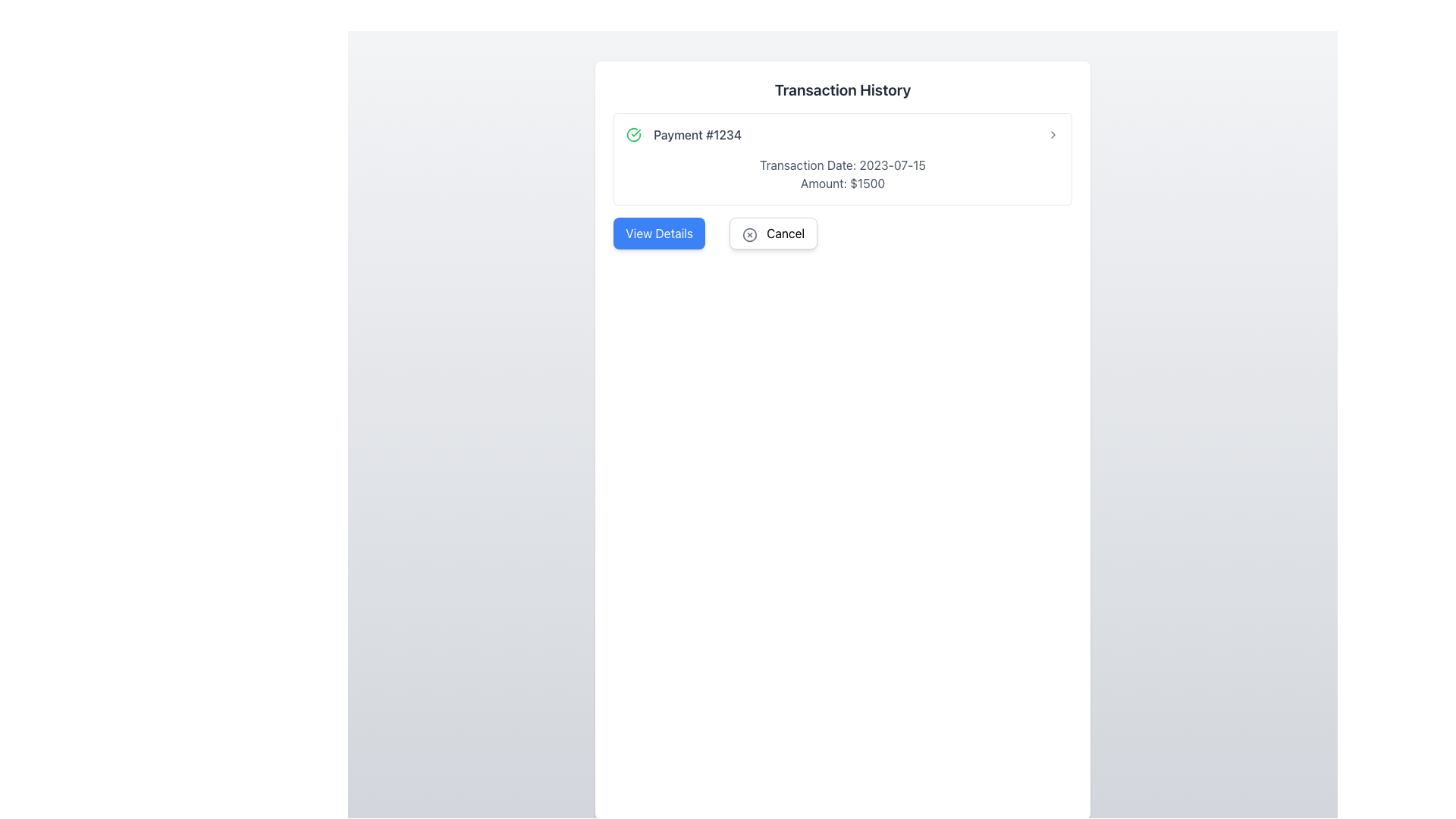 This screenshot has width=1456, height=819. What do you see at coordinates (842, 165) in the screenshot?
I see `text label displaying 'Transaction Date: 2023-07-15' which is located above the amount in the transaction history section` at bounding box center [842, 165].